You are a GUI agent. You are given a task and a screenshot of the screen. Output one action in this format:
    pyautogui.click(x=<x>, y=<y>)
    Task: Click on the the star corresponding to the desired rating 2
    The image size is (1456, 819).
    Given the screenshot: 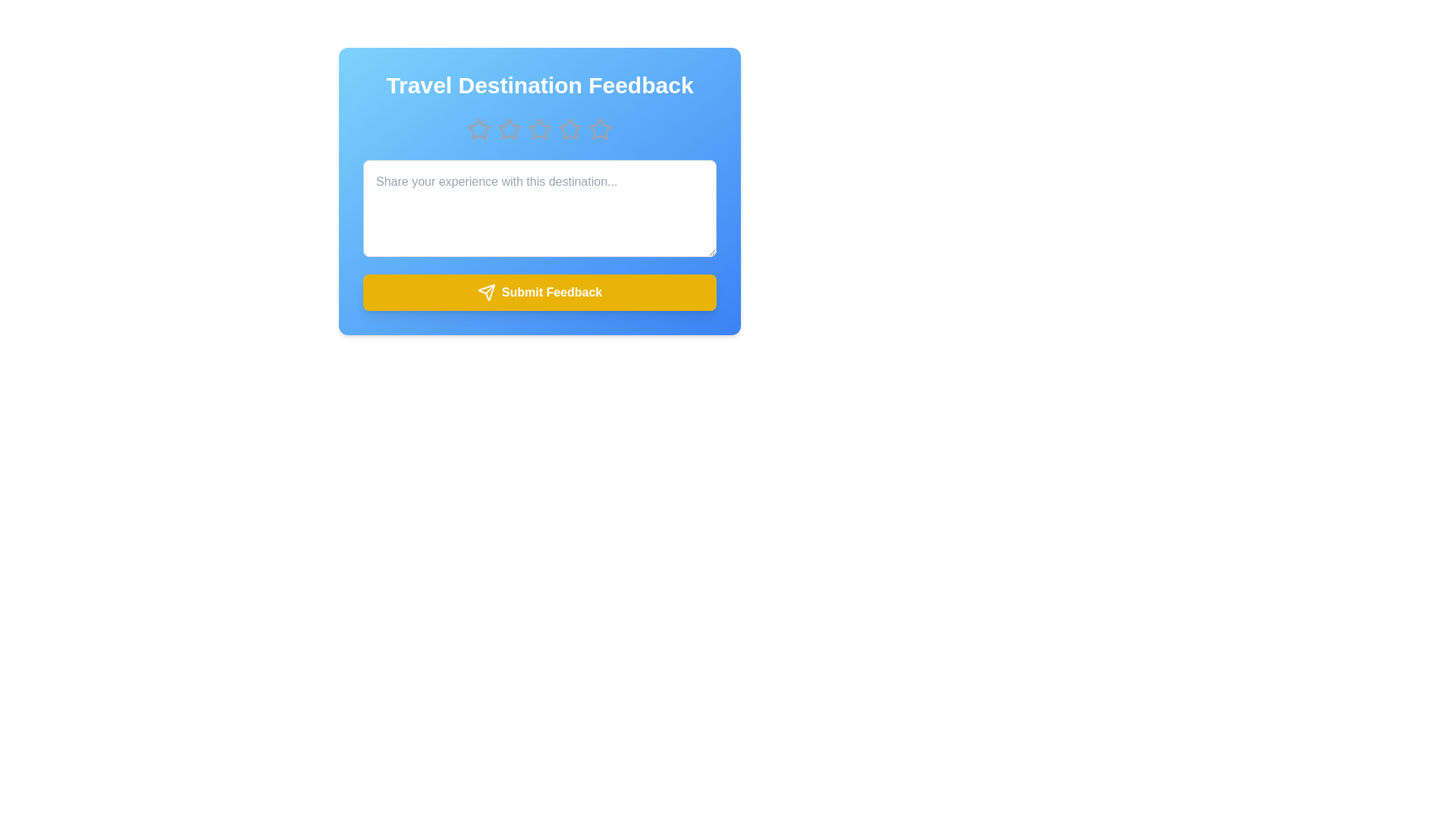 What is the action you would take?
    pyautogui.click(x=510, y=128)
    